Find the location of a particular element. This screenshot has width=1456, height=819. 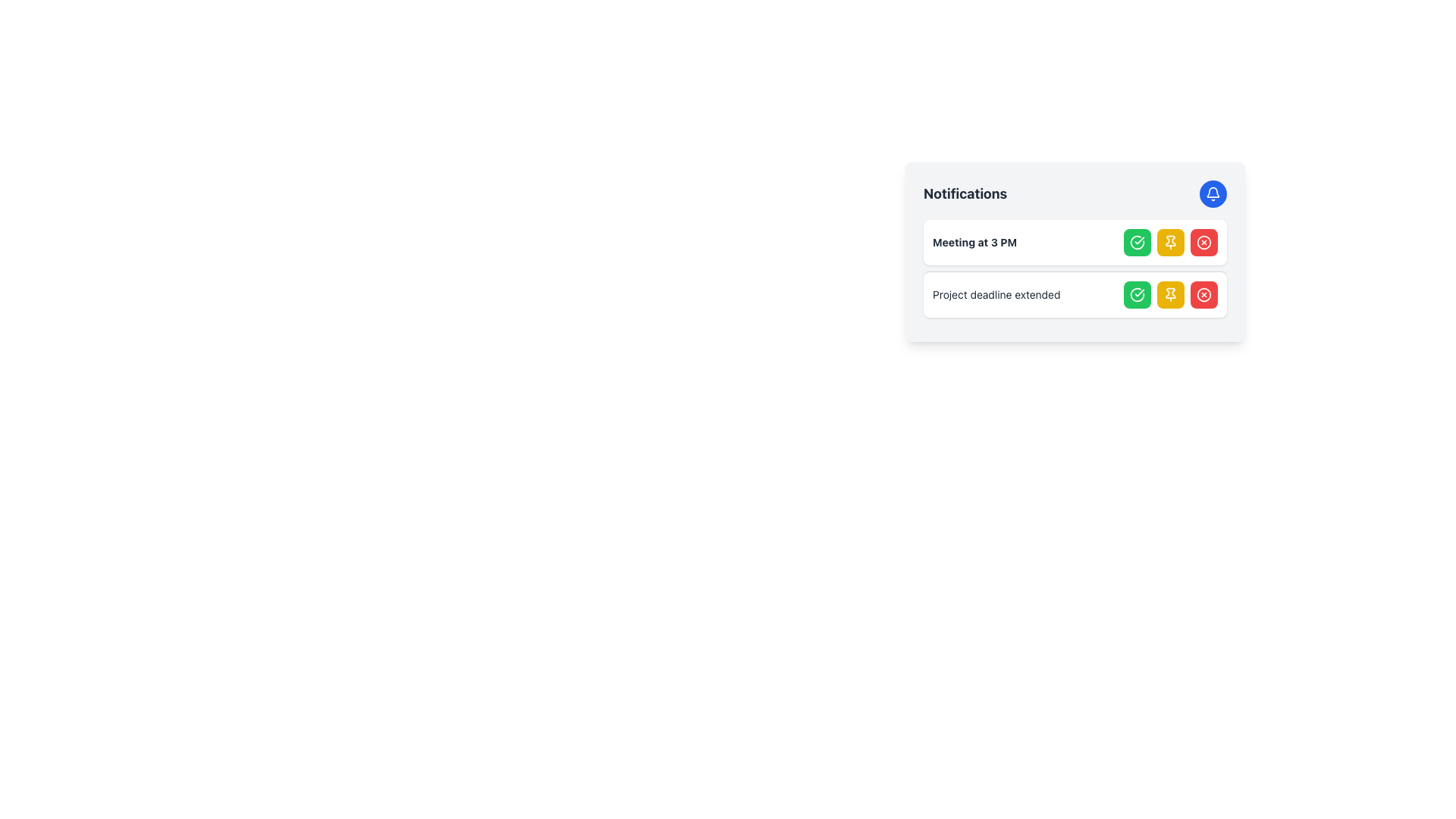

the Notification element displaying 'Meeting at 3 PM', which is the first item in the vertical list of notifications is located at coordinates (1074, 242).